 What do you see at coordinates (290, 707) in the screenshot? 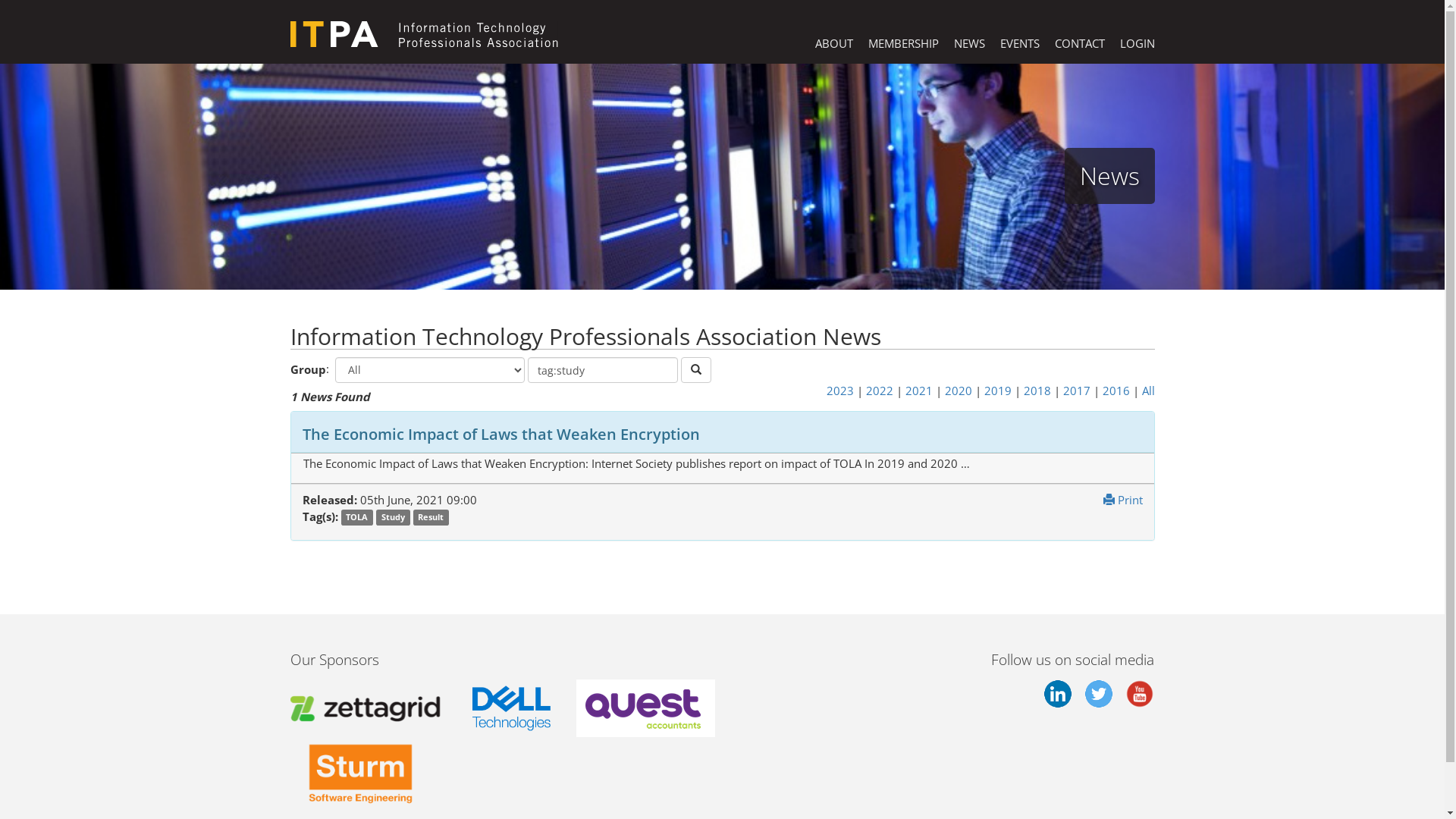
I see `'Zettagrid'` at bounding box center [290, 707].